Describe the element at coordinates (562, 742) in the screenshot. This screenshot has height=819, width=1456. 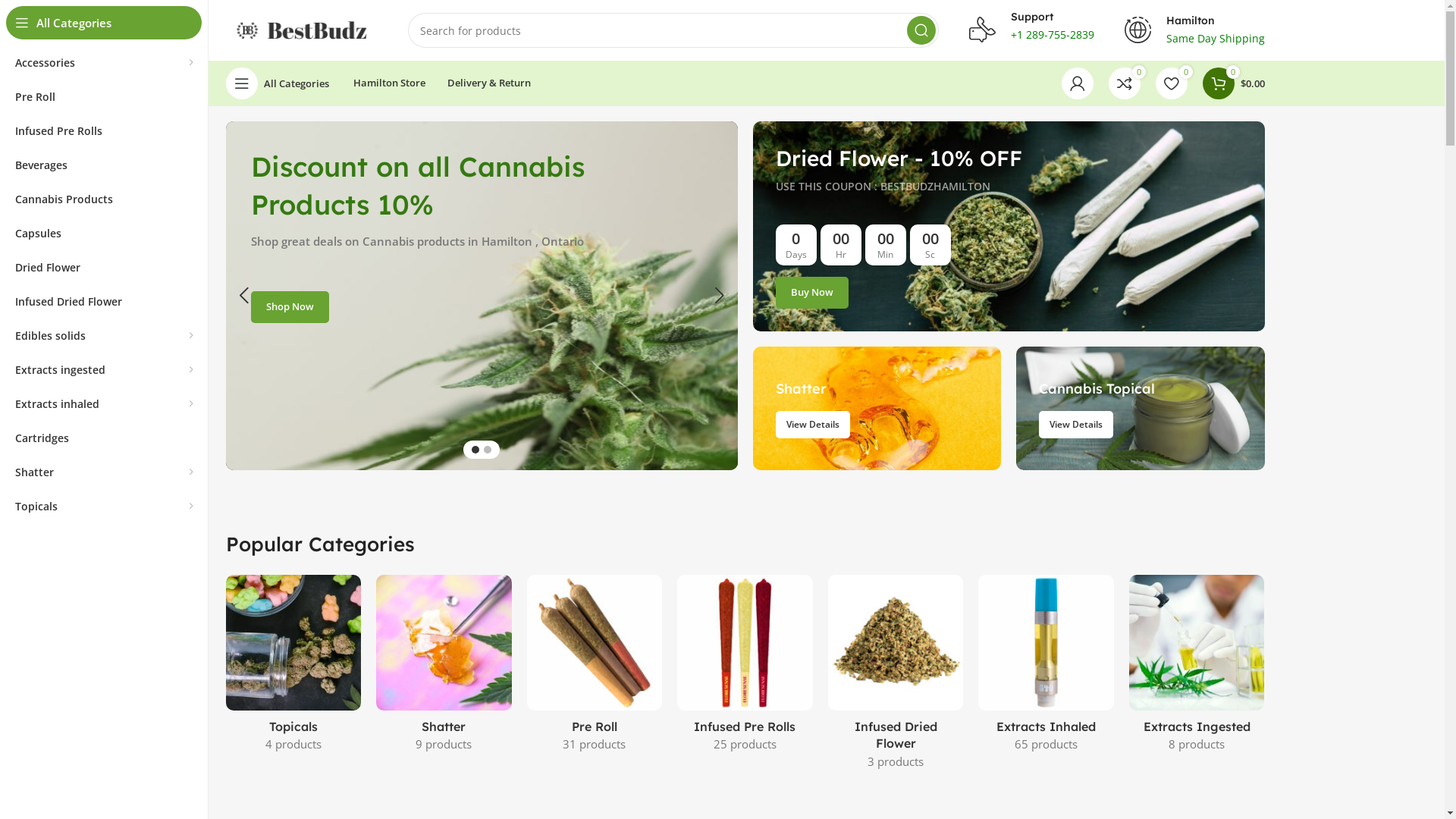
I see `'31 products'` at that location.